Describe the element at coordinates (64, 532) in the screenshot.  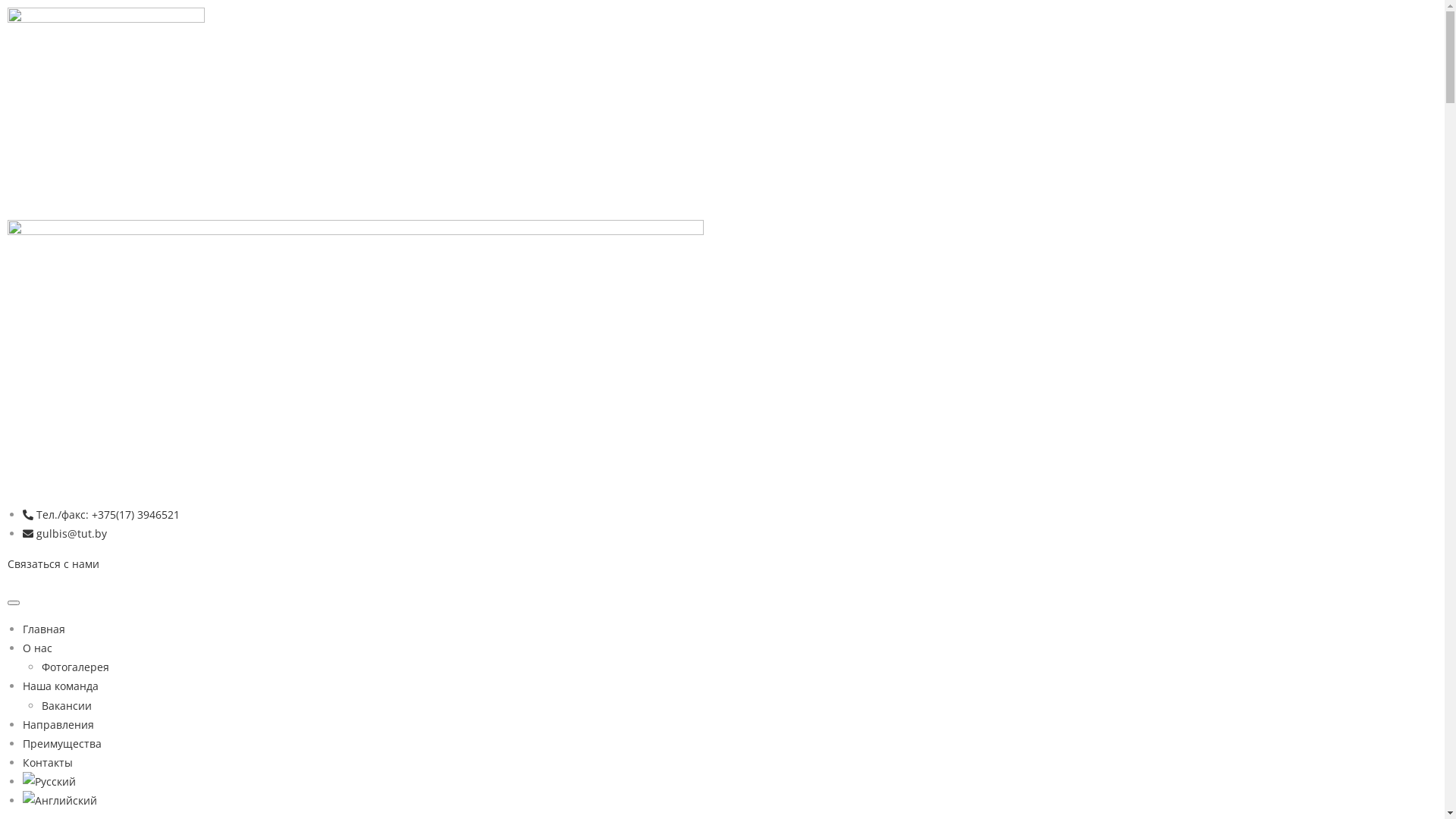
I see `'gulbis@tut.by'` at that location.